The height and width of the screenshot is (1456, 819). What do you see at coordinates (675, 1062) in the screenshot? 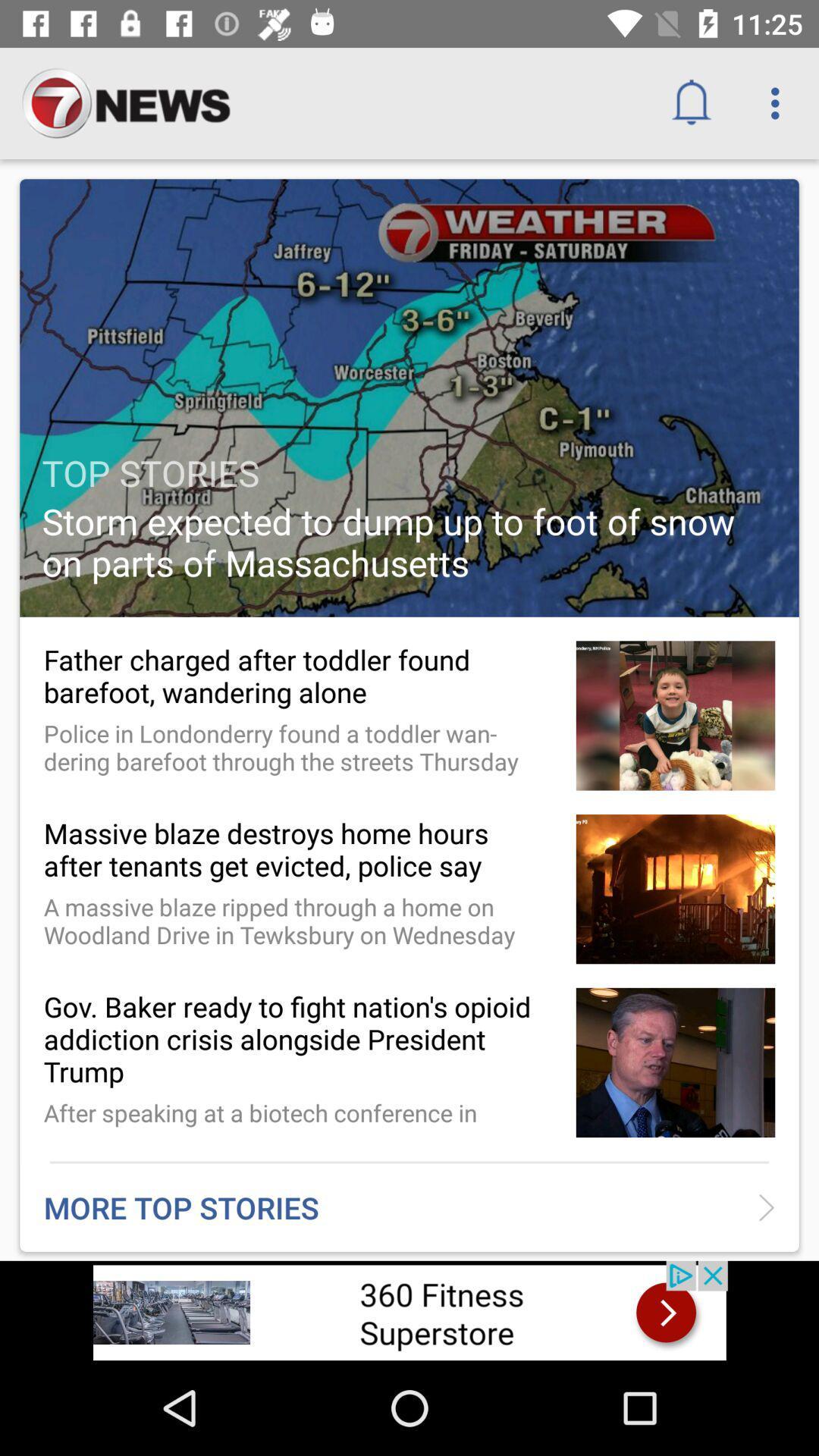
I see `the last image which is above the more top stories` at bounding box center [675, 1062].